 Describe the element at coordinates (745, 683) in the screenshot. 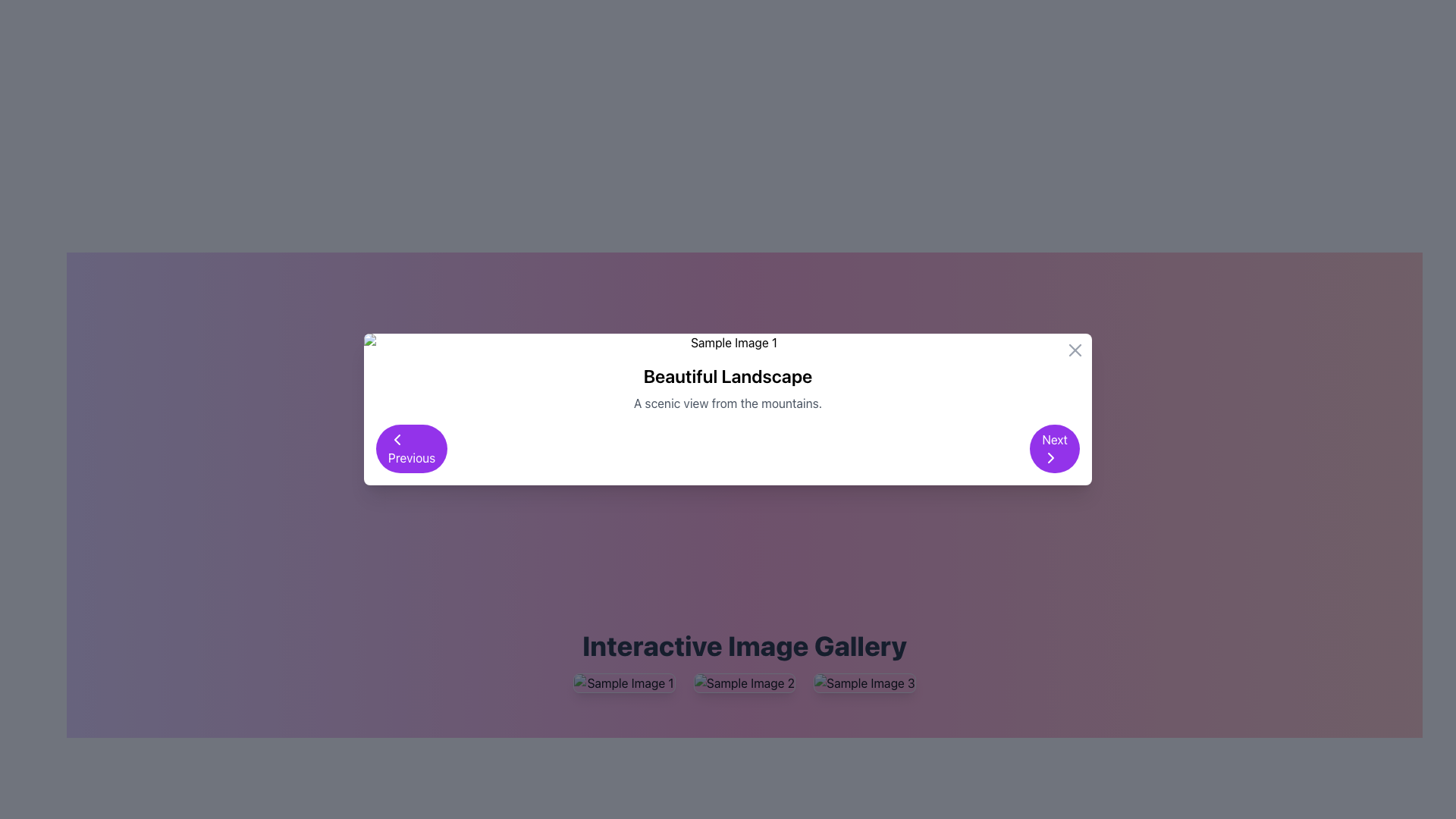

I see `the image display element labeled 'Sample Image 2'` at that location.